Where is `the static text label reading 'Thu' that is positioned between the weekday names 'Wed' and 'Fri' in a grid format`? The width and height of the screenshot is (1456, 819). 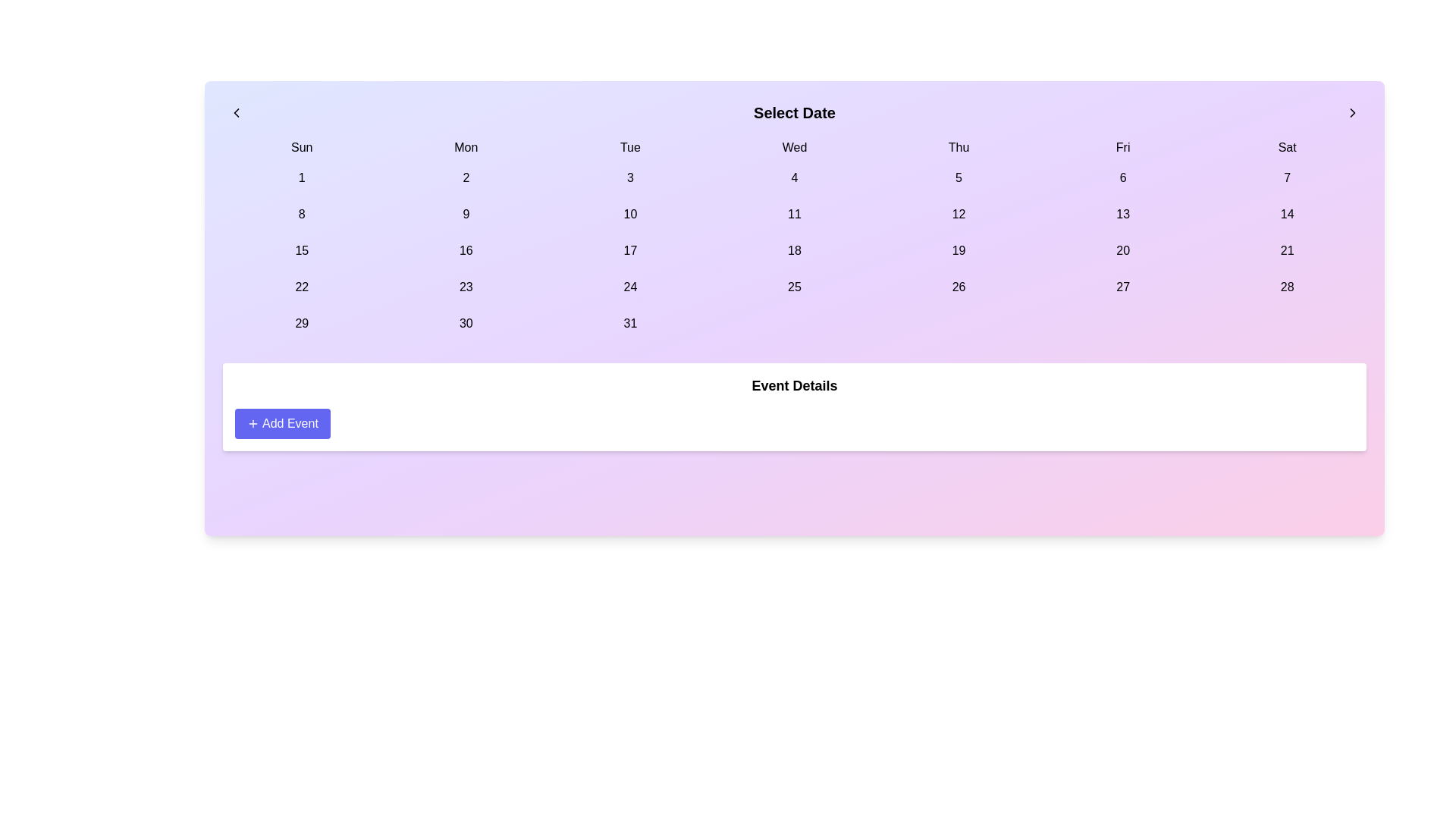
the static text label reading 'Thu' that is positioned between the weekday names 'Wed' and 'Fri' in a grid format is located at coordinates (958, 148).